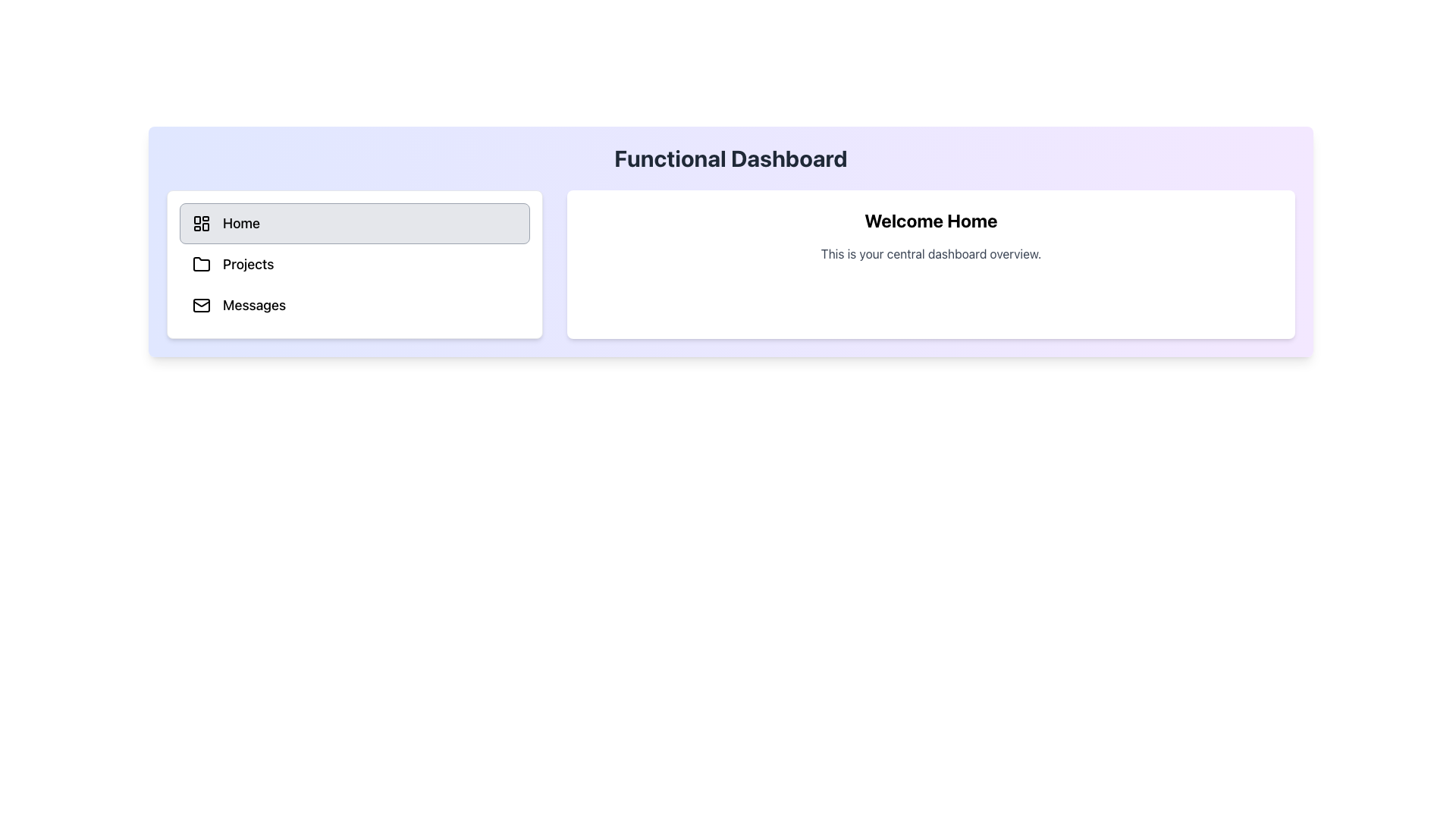 The height and width of the screenshot is (819, 1456). What do you see at coordinates (353, 223) in the screenshot?
I see `the first button in the left panel that navigates to the 'Home' section of the application` at bounding box center [353, 223].